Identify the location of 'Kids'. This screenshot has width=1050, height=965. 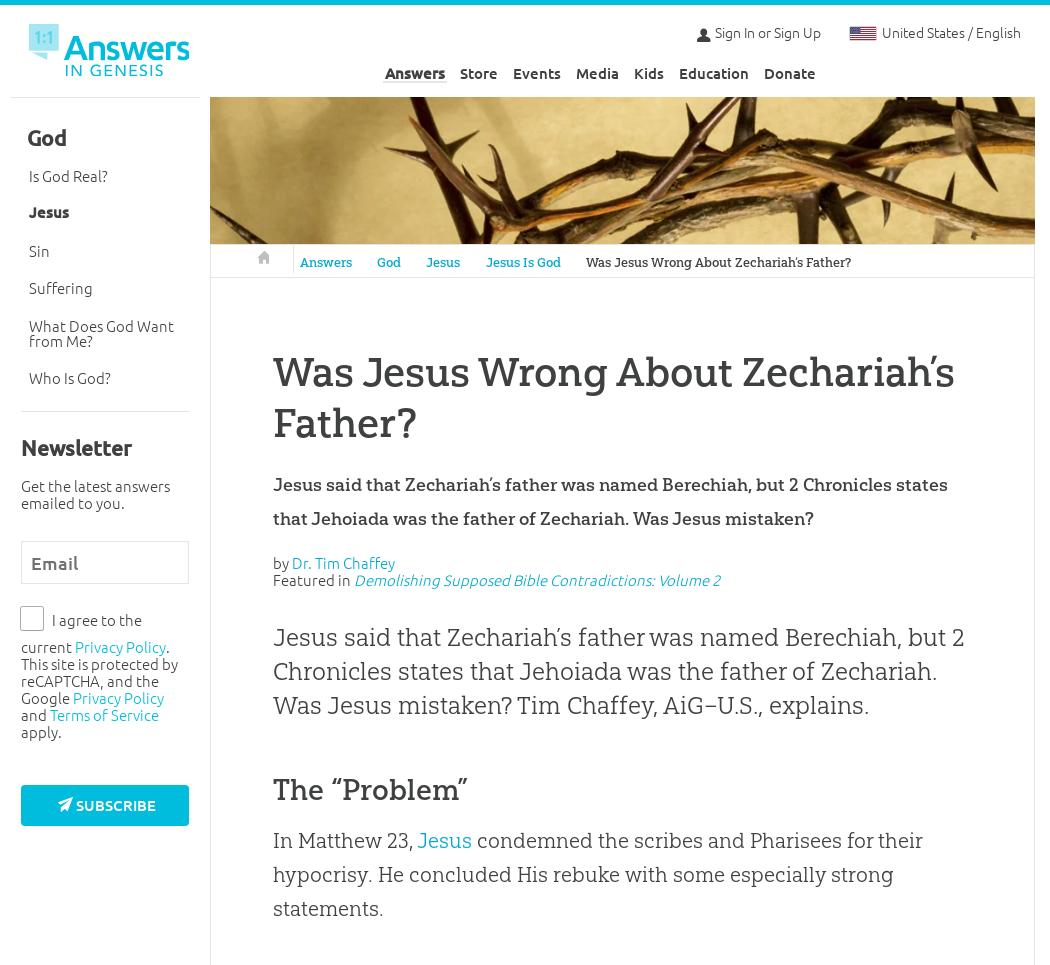
(648, 72).